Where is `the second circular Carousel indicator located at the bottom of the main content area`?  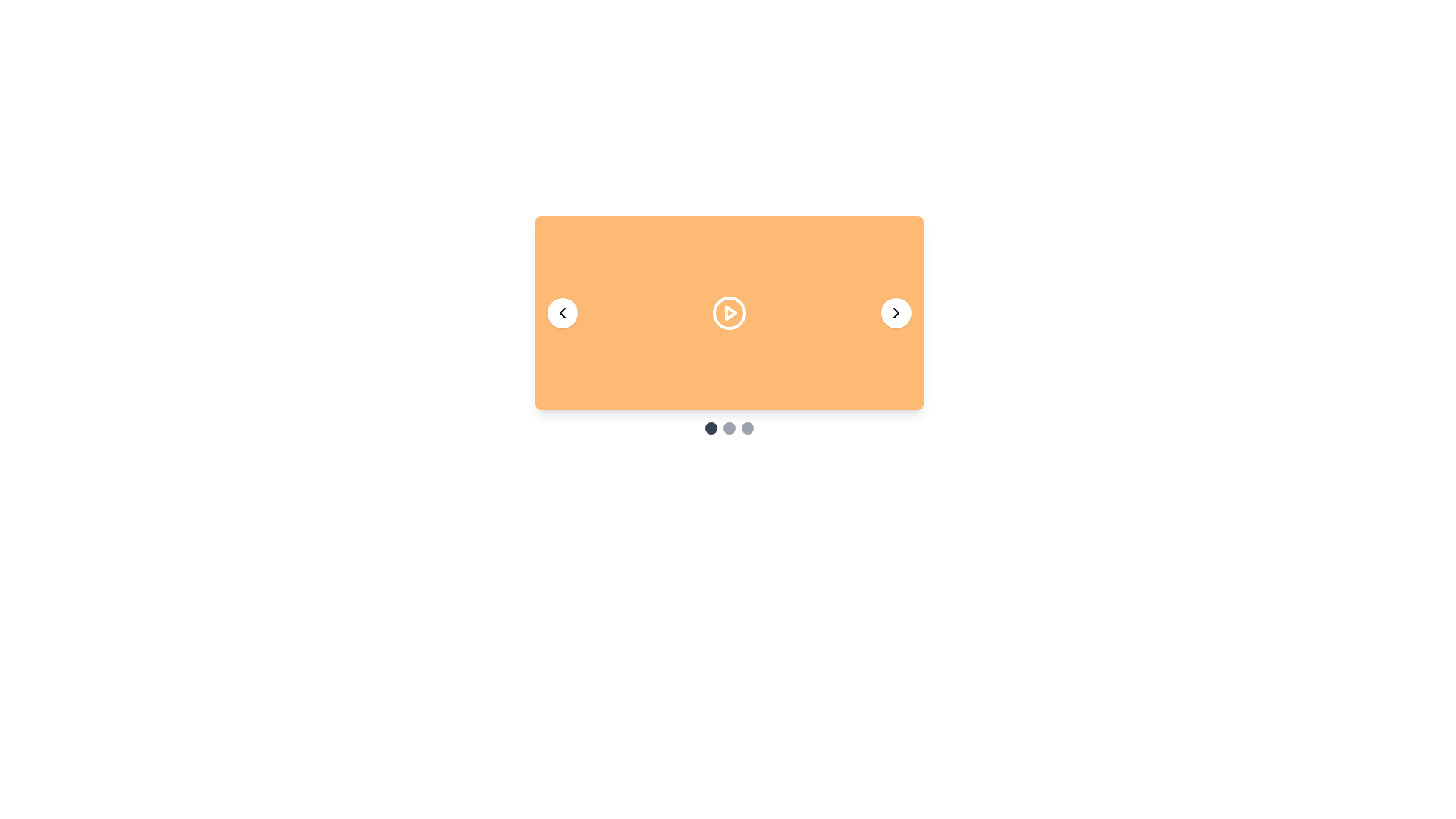 the second circular Carousel indicator located at the bottom of the main content area is located at coordinates (729, 428).